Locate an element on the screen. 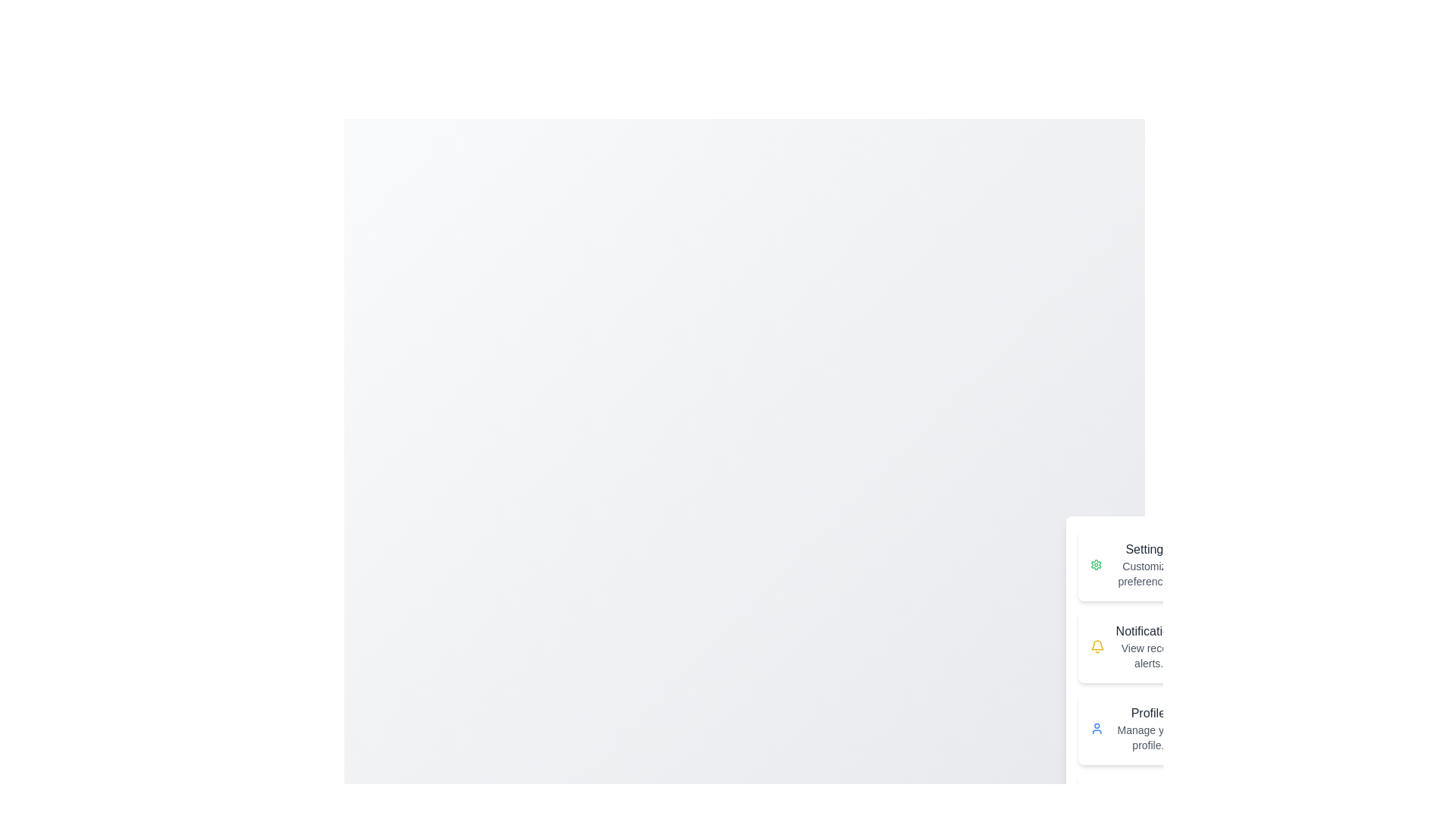 This screenshot has width=1456, height=819. the Help icon in the speed dial menu is located at coordinates (1099, 809).